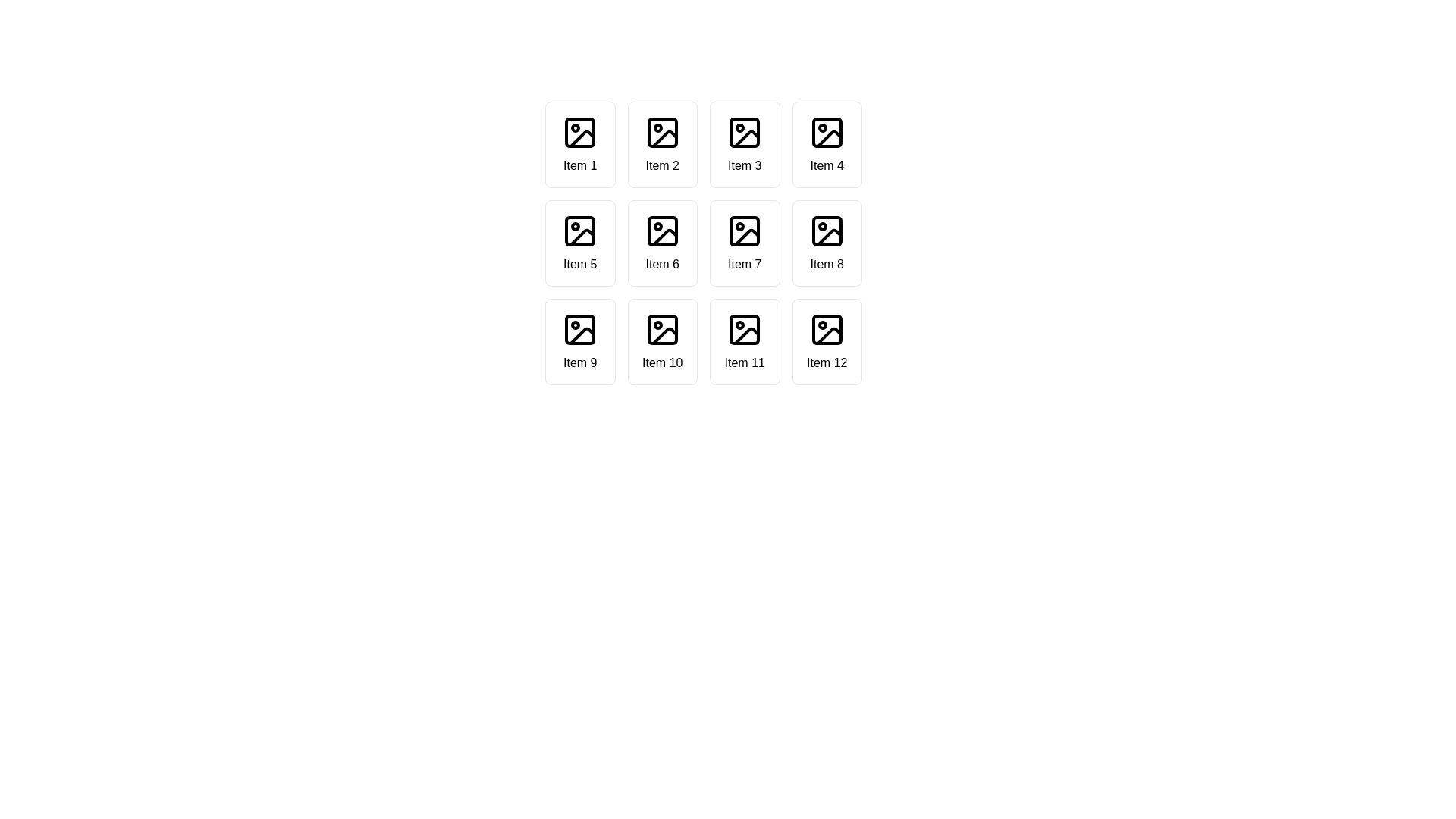 This screenshot has height=819, width=1456. What do you see at coordinates (579, 329) in the screenshot?
I see `the SVG rectangle element representing an image icon located in the first column of the third row within a grid layout` at bounding box center [579, 329].